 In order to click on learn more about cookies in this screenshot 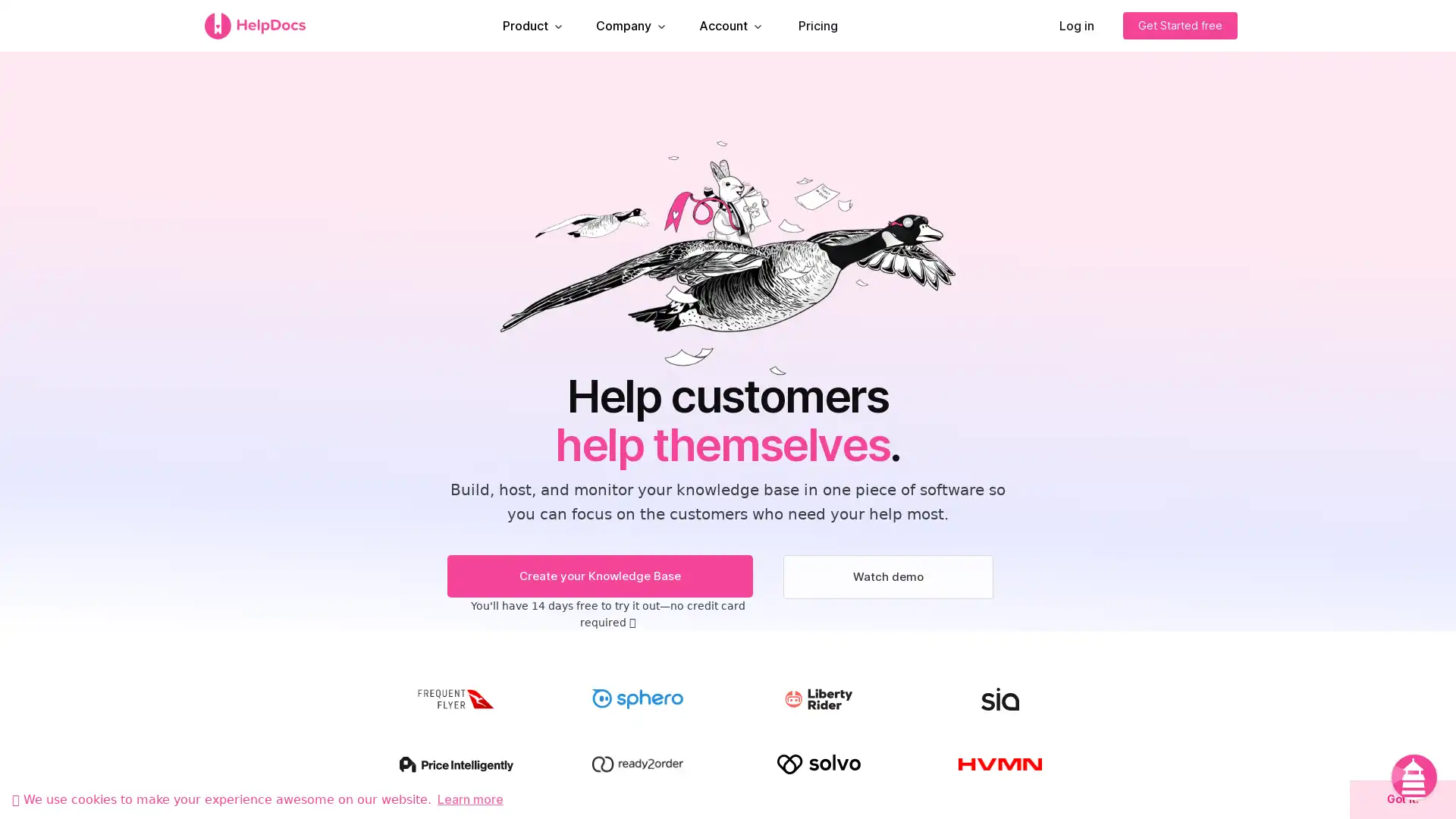, I will do `click(469, 798)`.